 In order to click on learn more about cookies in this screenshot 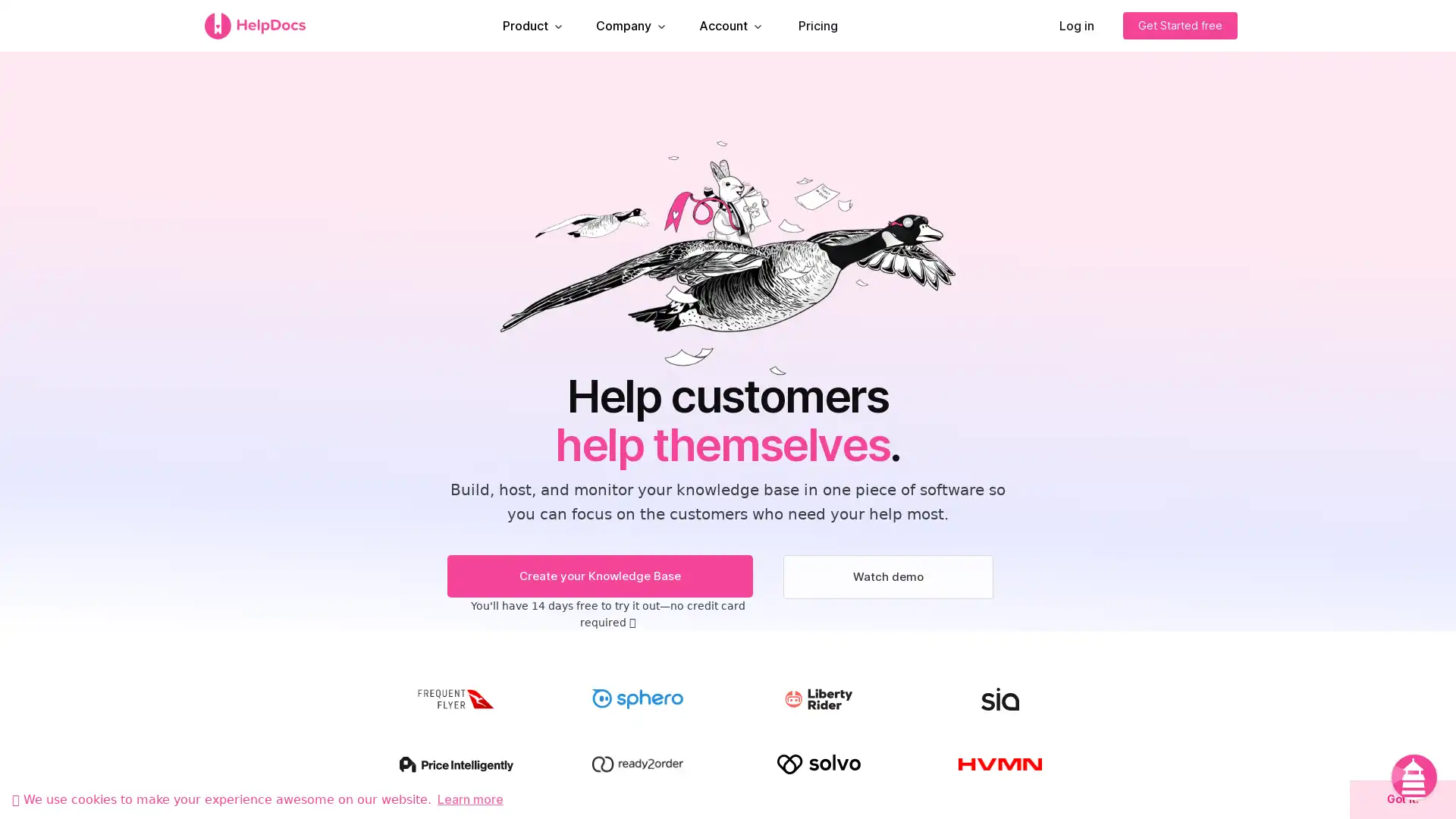, I will do `click(469, 798)`.